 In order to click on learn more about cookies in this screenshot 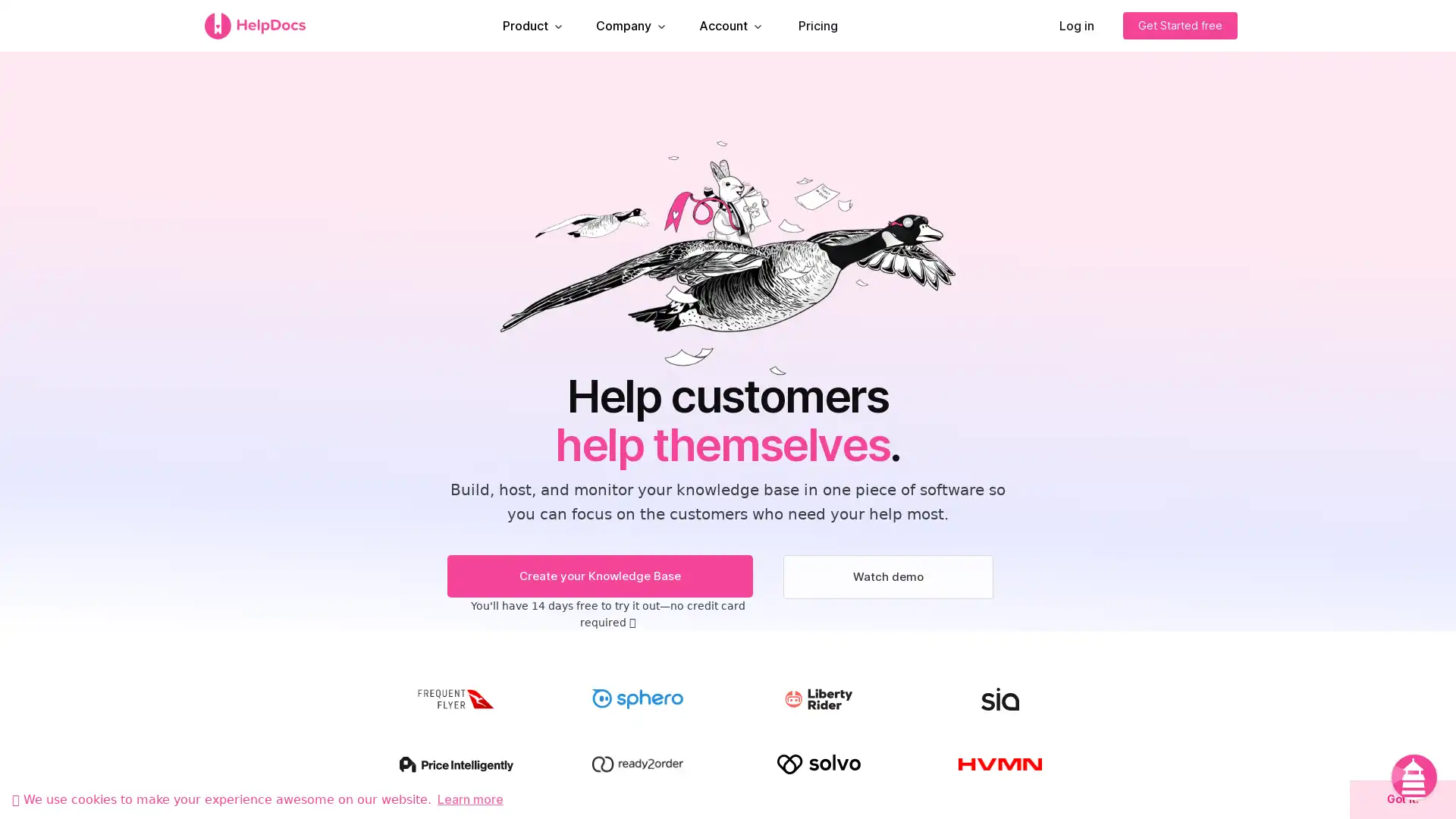, I will do `click(469, 798)`.